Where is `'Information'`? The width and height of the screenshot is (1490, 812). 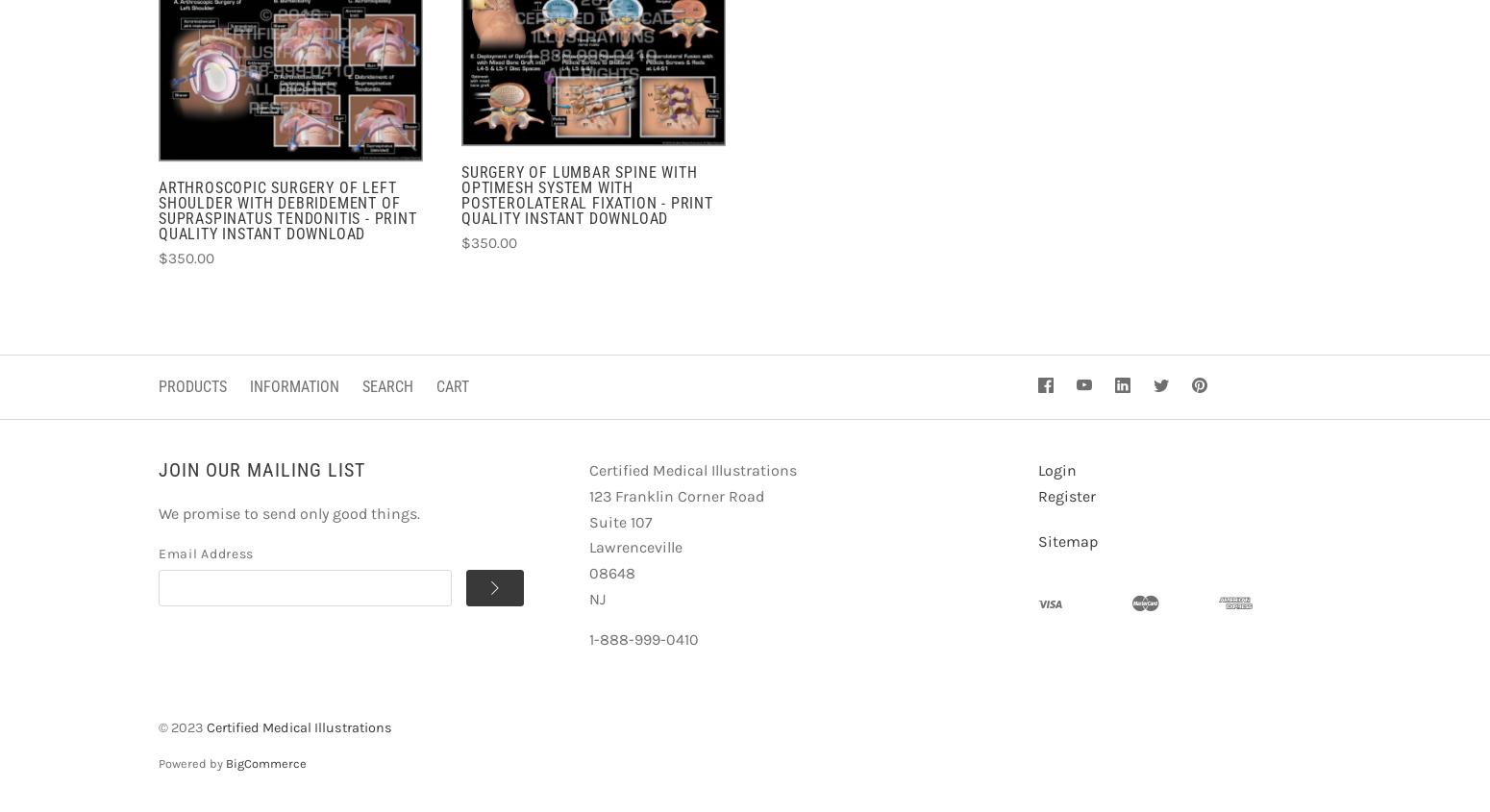 'Information' is located at coordinates (249, 384).